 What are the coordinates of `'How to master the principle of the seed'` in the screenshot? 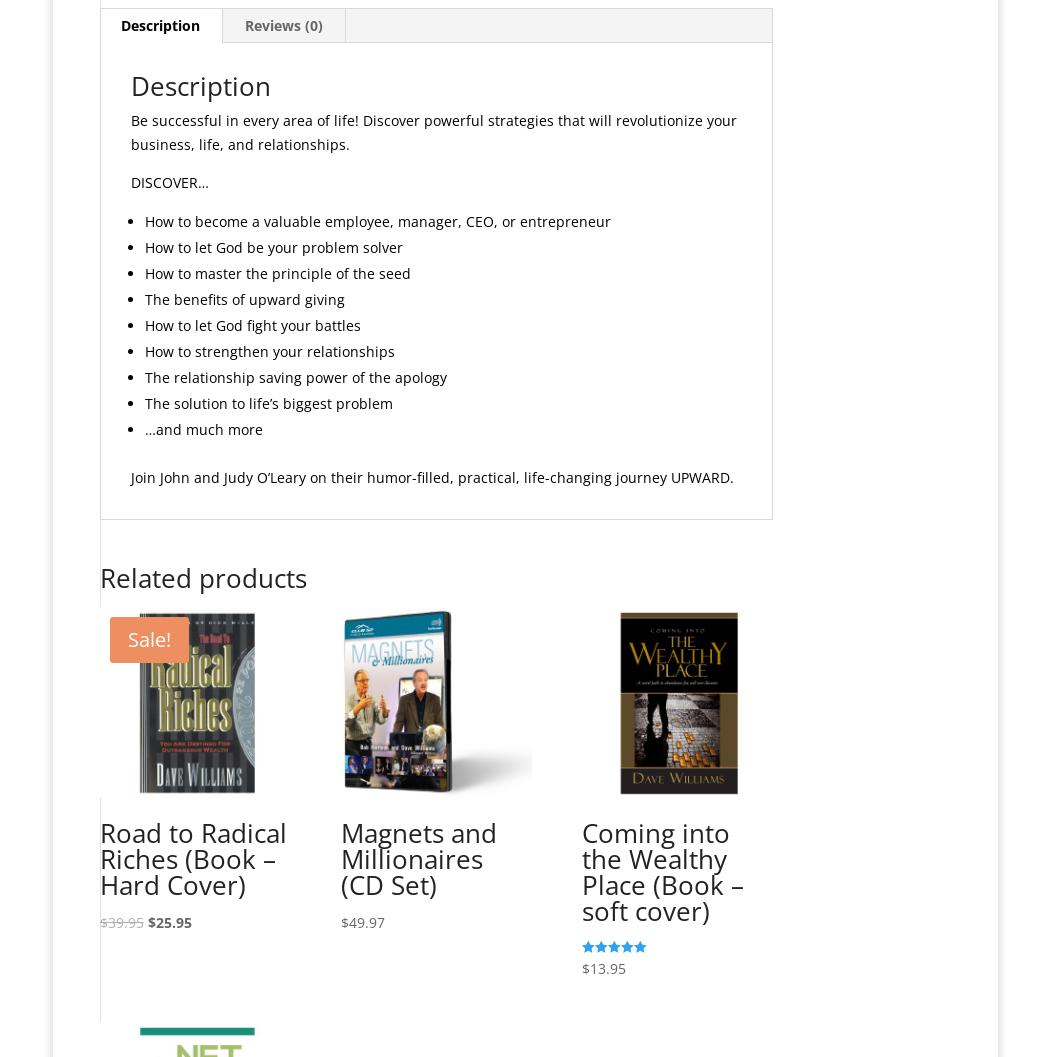 It's located at (275, 271).